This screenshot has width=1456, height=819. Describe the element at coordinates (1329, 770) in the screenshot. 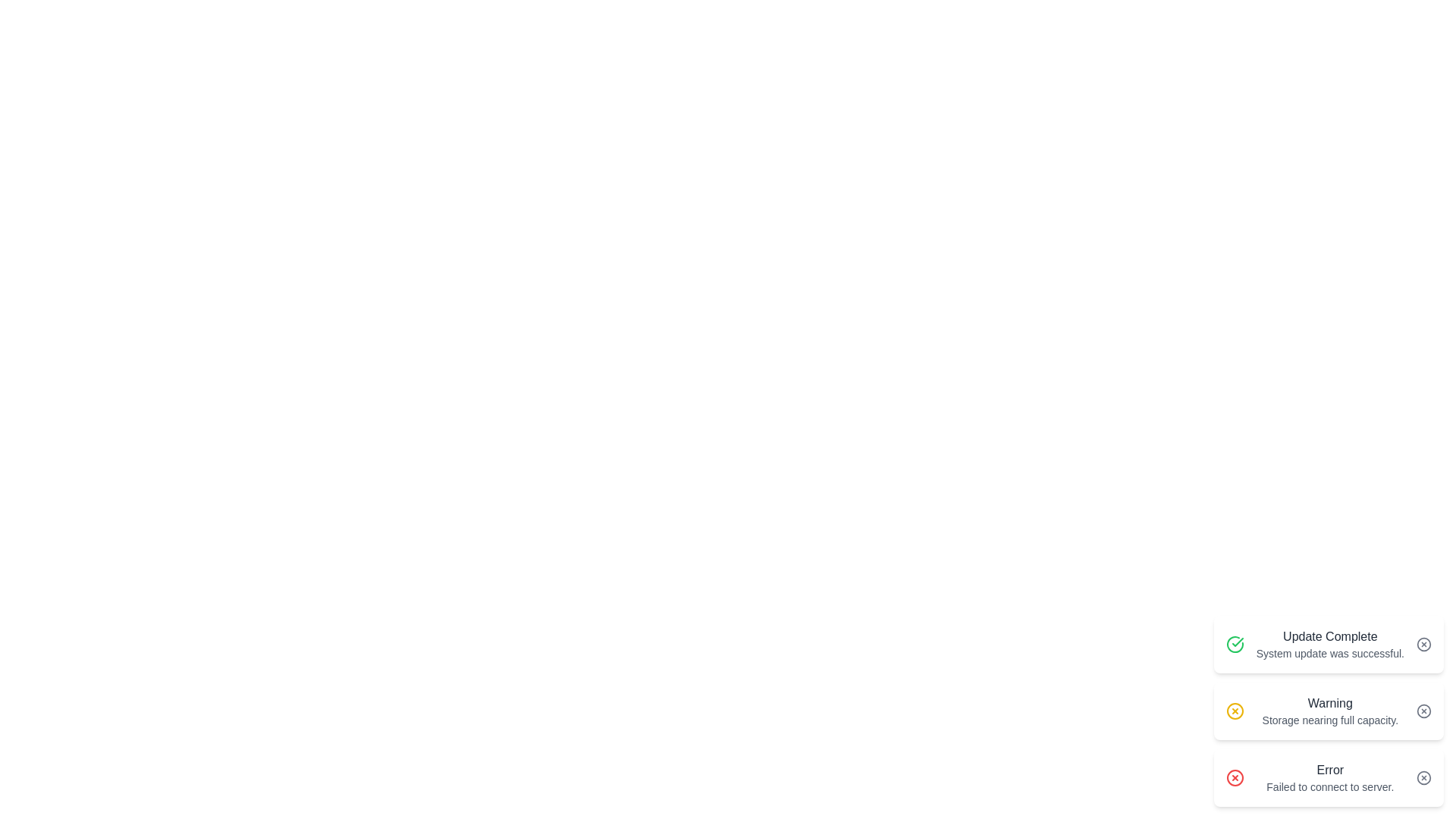

I see `the Text Label that serves as the header for the error alert message, located at the top of the bottommost alert card` at that location.